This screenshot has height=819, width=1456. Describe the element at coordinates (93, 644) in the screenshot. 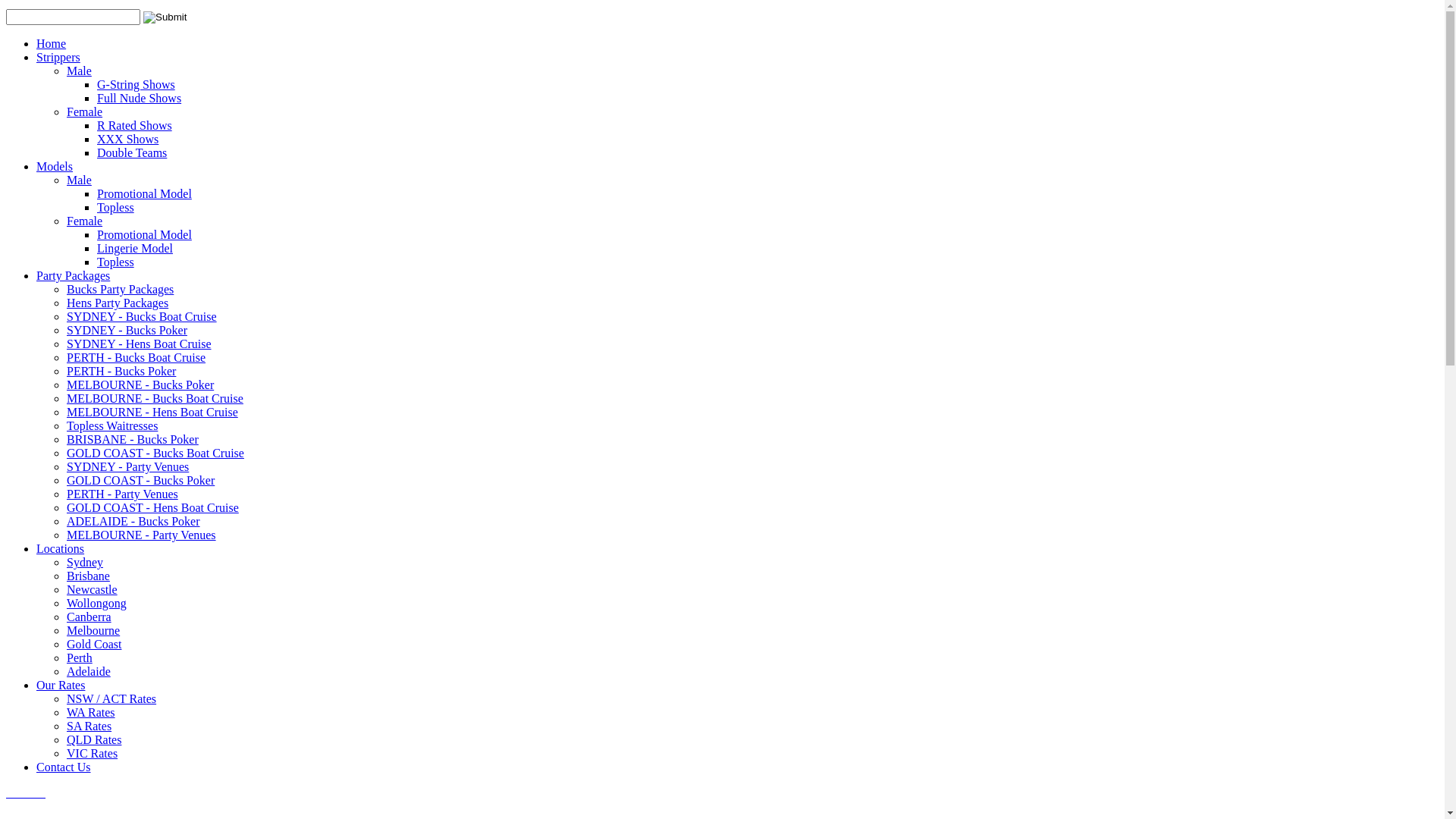

I see `'Gold Coast'` at that location.